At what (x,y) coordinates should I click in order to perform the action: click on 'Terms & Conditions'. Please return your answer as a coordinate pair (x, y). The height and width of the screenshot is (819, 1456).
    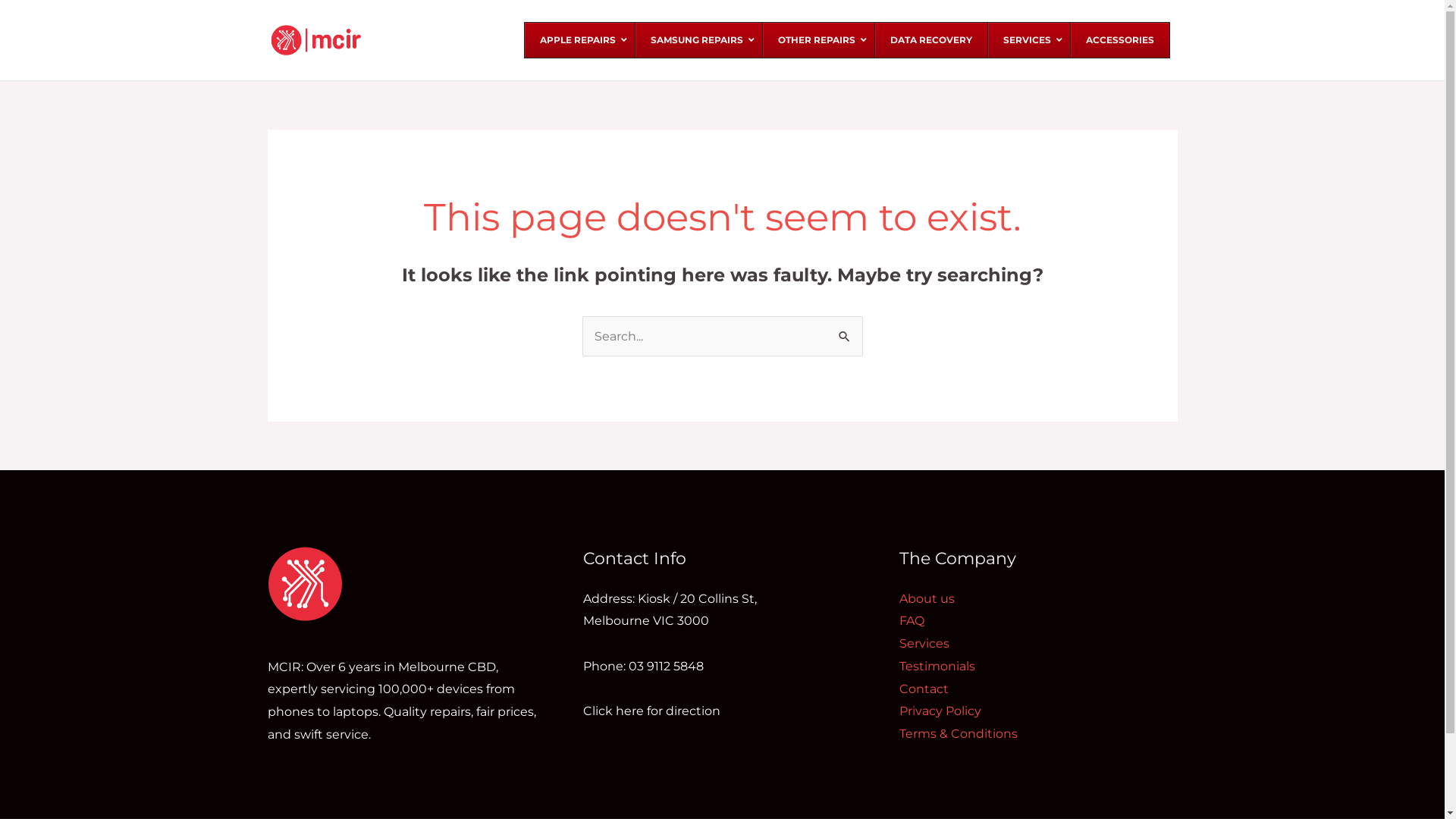
    Looking at the image, I should click on (957, 733).